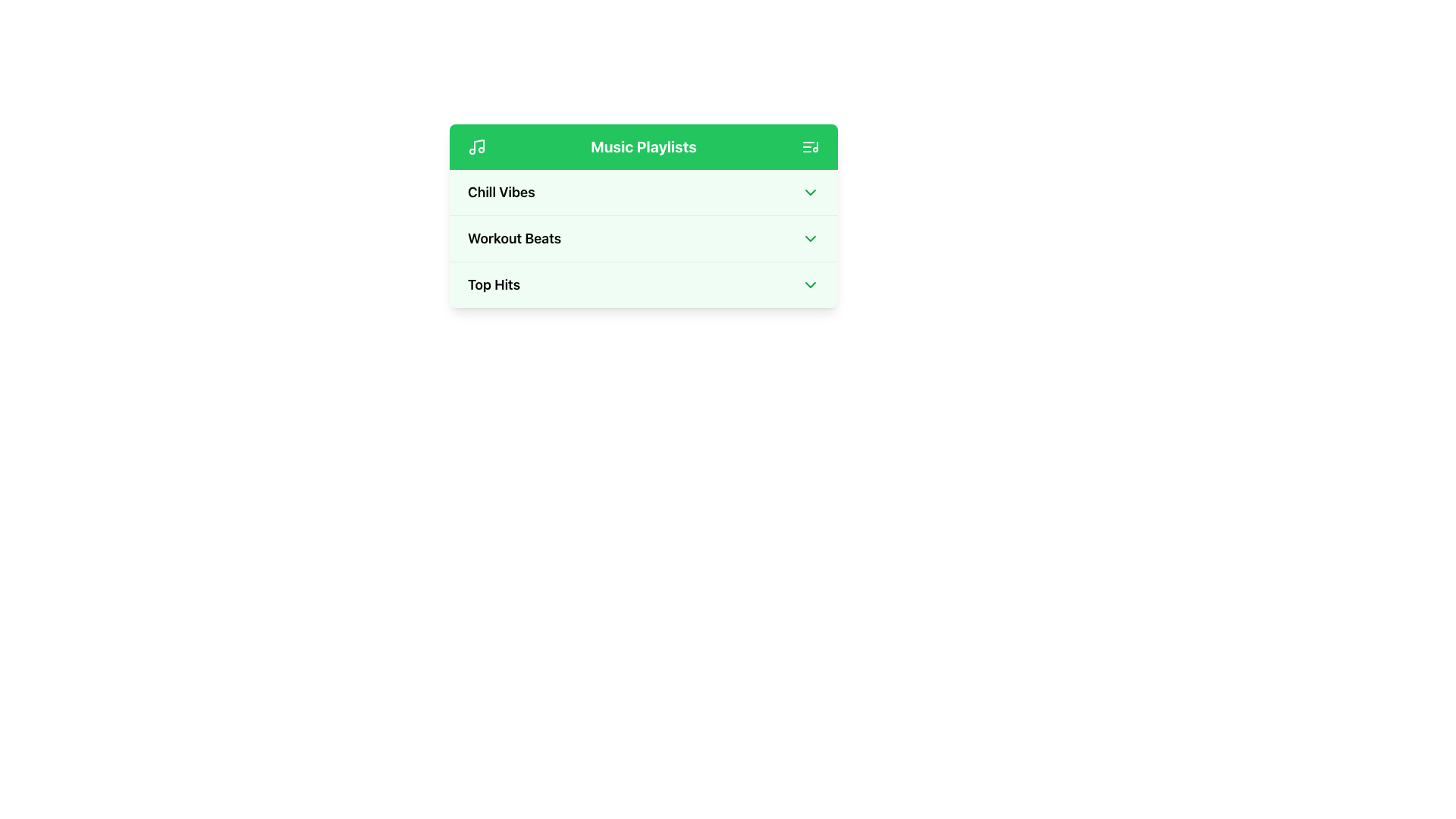 This screenshot has width=1456, height=819. Describe the element at coordinates (810, 146) in the screenshot. I see `the music playlist icon located at the far-right edge of the header section of the 'Music Playlists' green card` at that location.